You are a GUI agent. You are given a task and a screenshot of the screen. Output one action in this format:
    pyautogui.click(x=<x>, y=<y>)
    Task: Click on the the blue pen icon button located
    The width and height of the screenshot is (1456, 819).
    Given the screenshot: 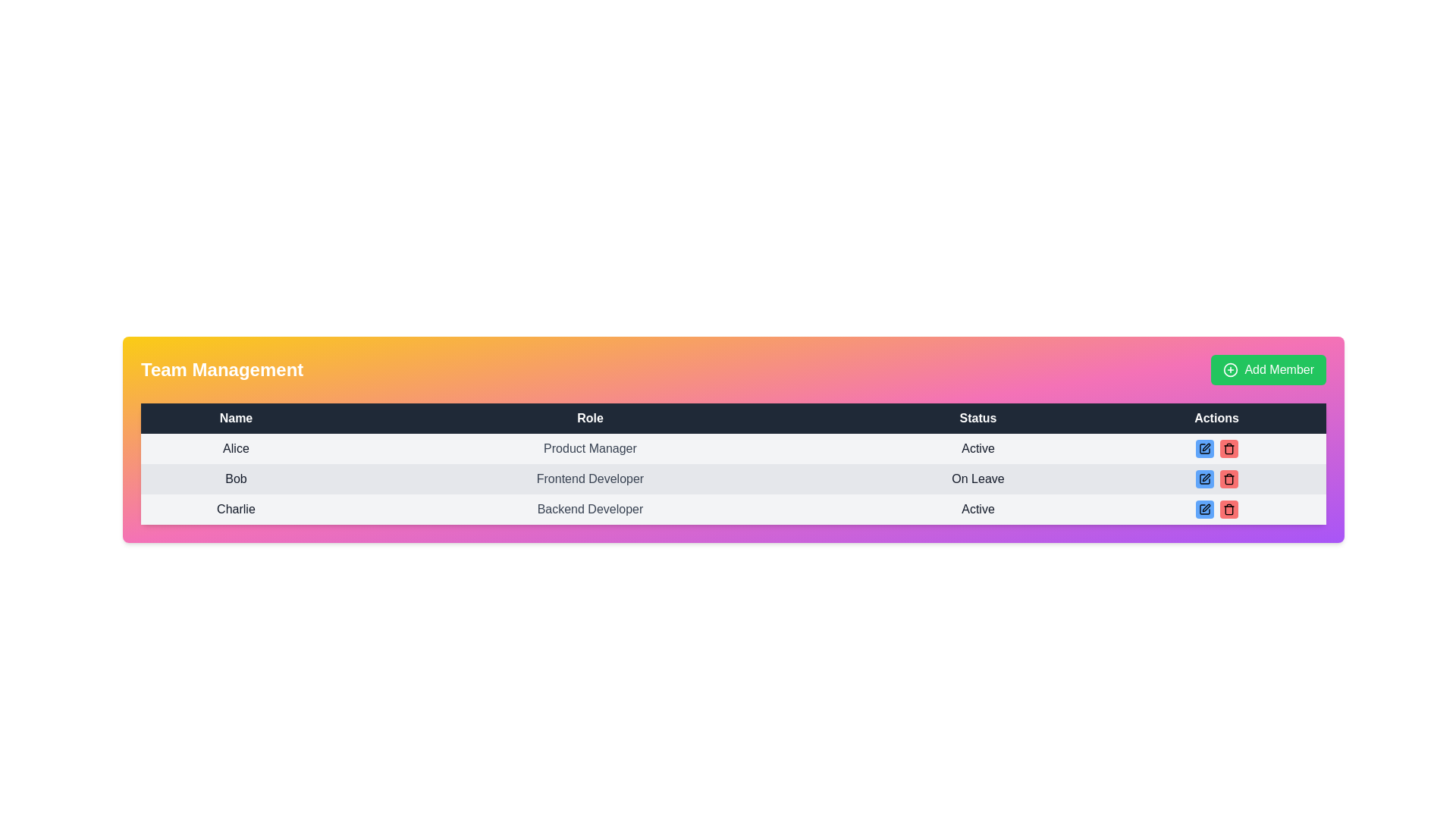 What is the action you would take?
    pyautogui.click(x=1203, y=447)
    